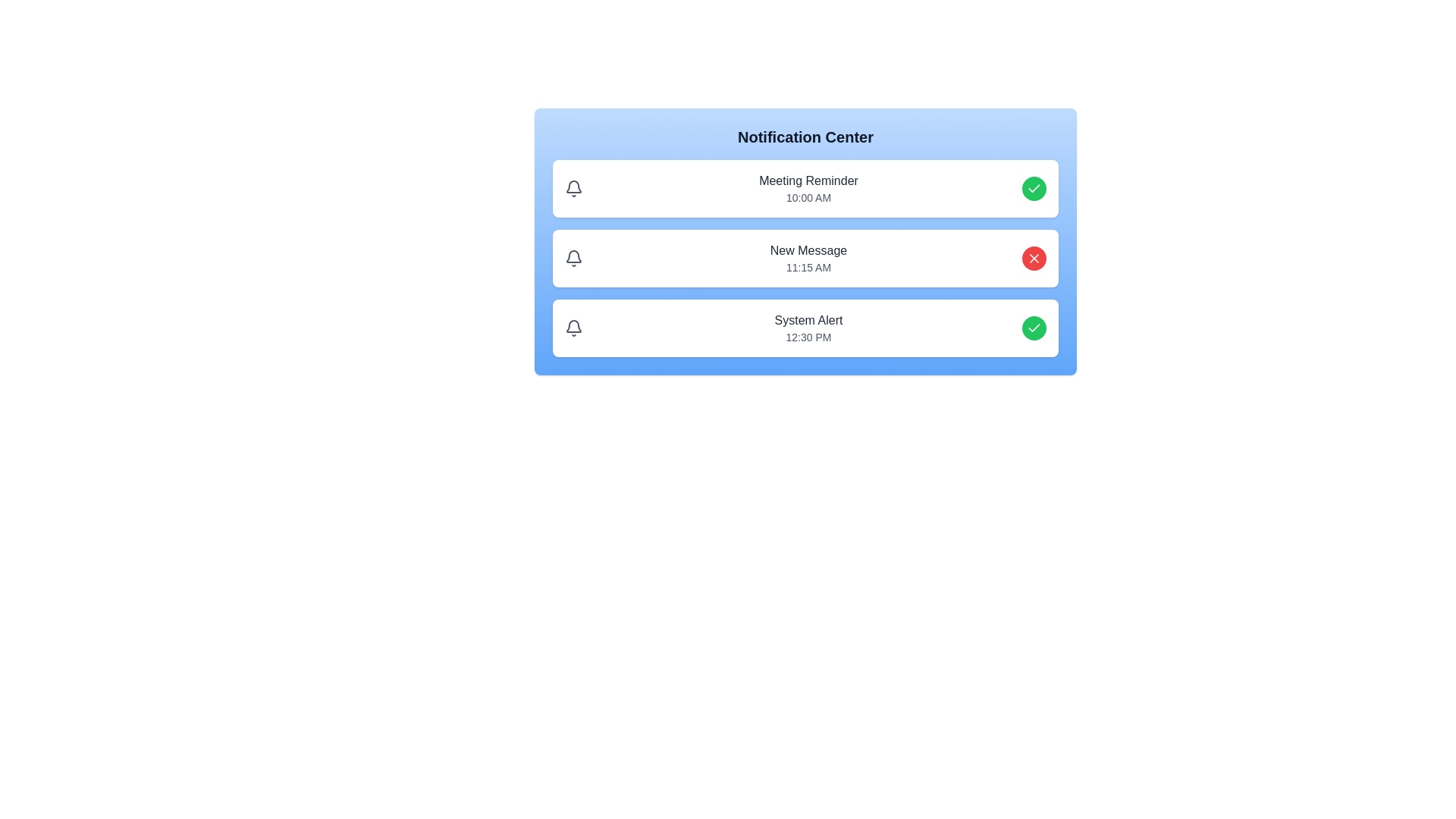 The height and width of the screenshot is (819, 1456). Describe the element at coordinates (573, 188) in the screenshot. I see `the notification icon to interact with it` at that location.